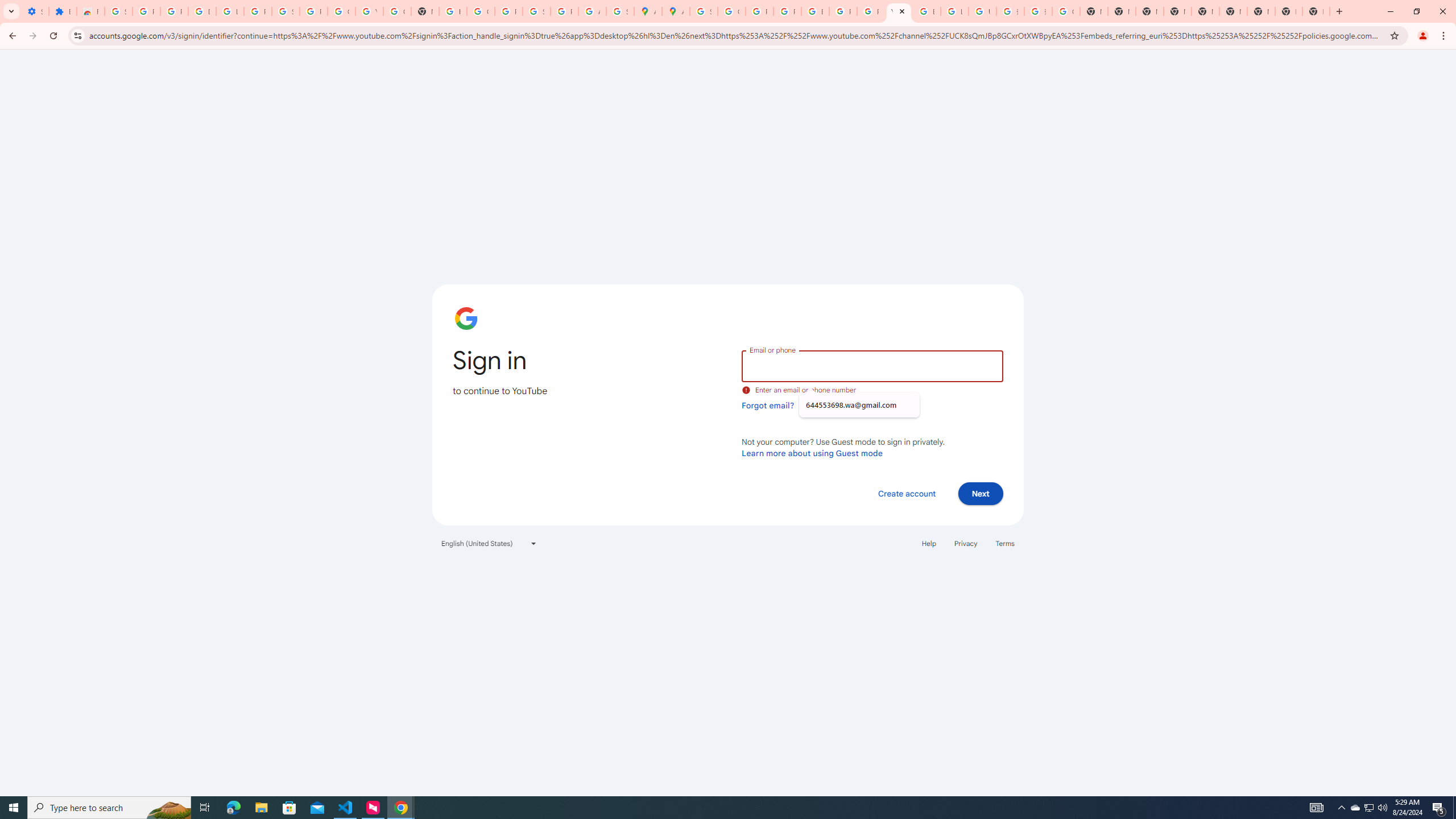  I want to click on 'Sign in - Google Accounts', so click(118, 11).